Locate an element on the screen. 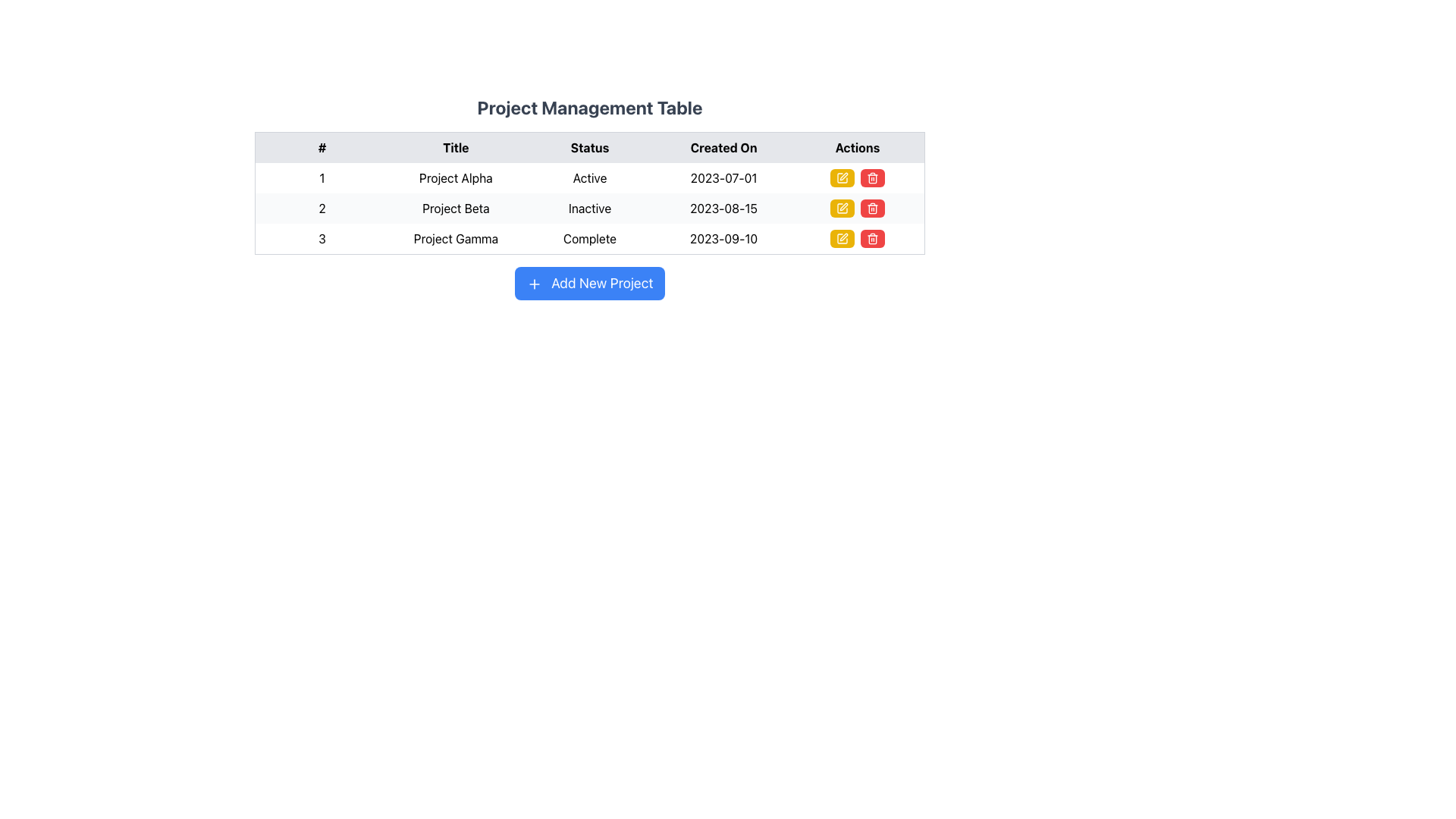  the 'Status' text label, which is a bold text centered within a light gray rectangular background in the header of the table is located at coordinates (588, 147).